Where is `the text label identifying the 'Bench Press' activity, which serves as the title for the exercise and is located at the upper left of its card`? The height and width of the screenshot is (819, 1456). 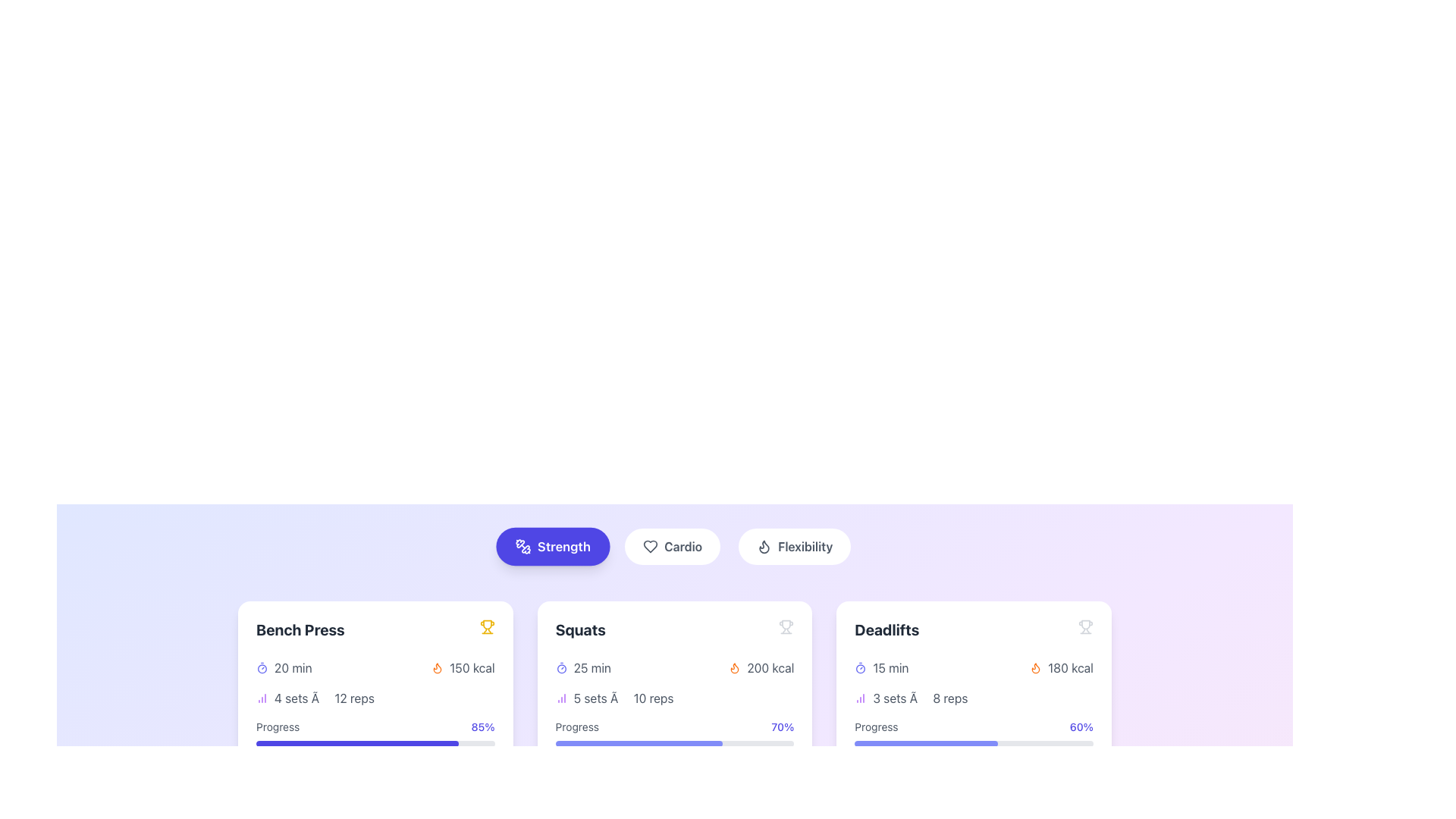 the text label identifying the 'Bench Press' activity, which serves as the title for the exercise and is located at the upper left of its card is located at coordinates (300, 629).